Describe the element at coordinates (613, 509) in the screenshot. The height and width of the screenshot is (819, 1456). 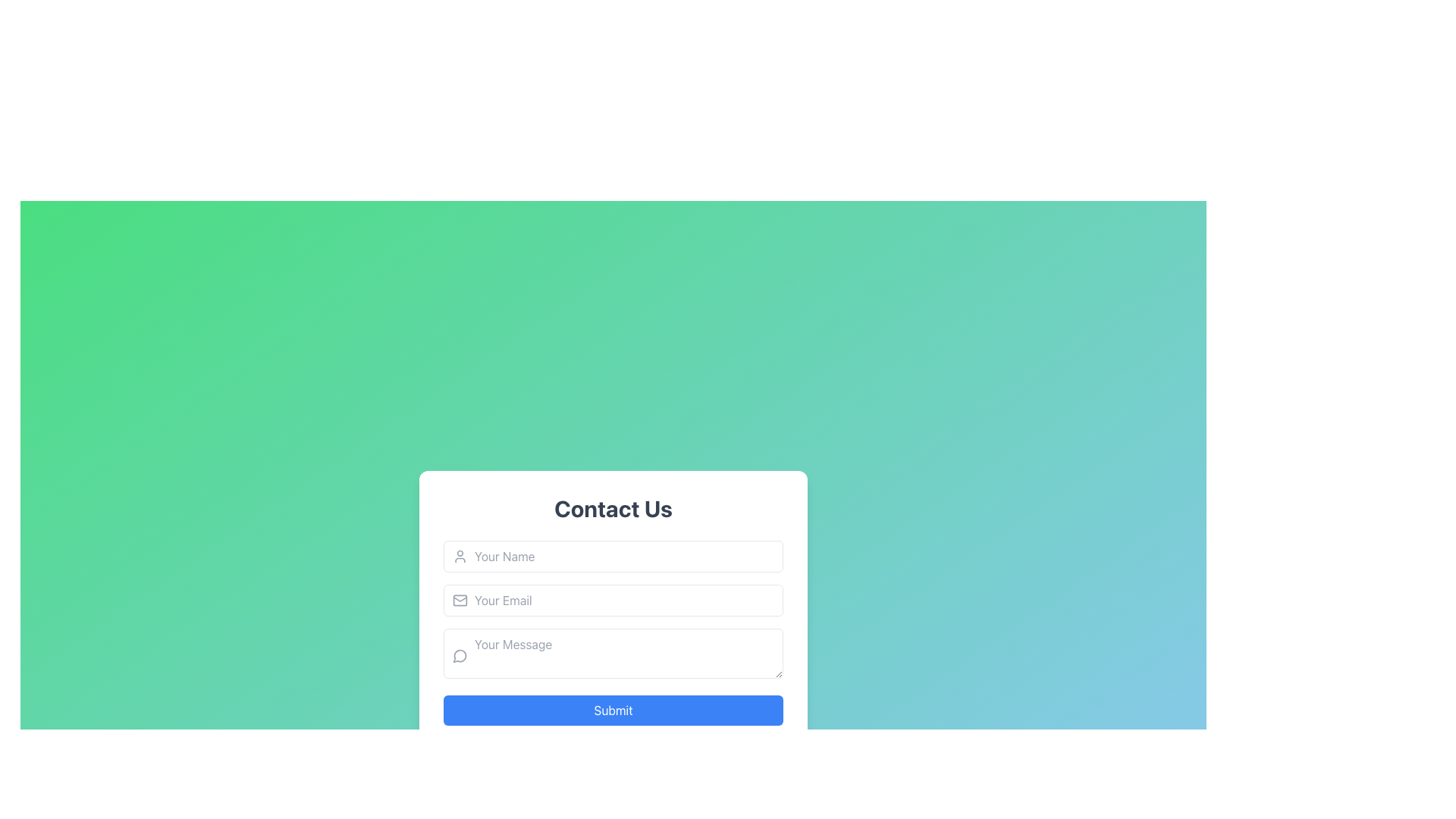
I see `the title text indicating the contact section, which is positioned at the top of the form section and centered horizontally` at that location.